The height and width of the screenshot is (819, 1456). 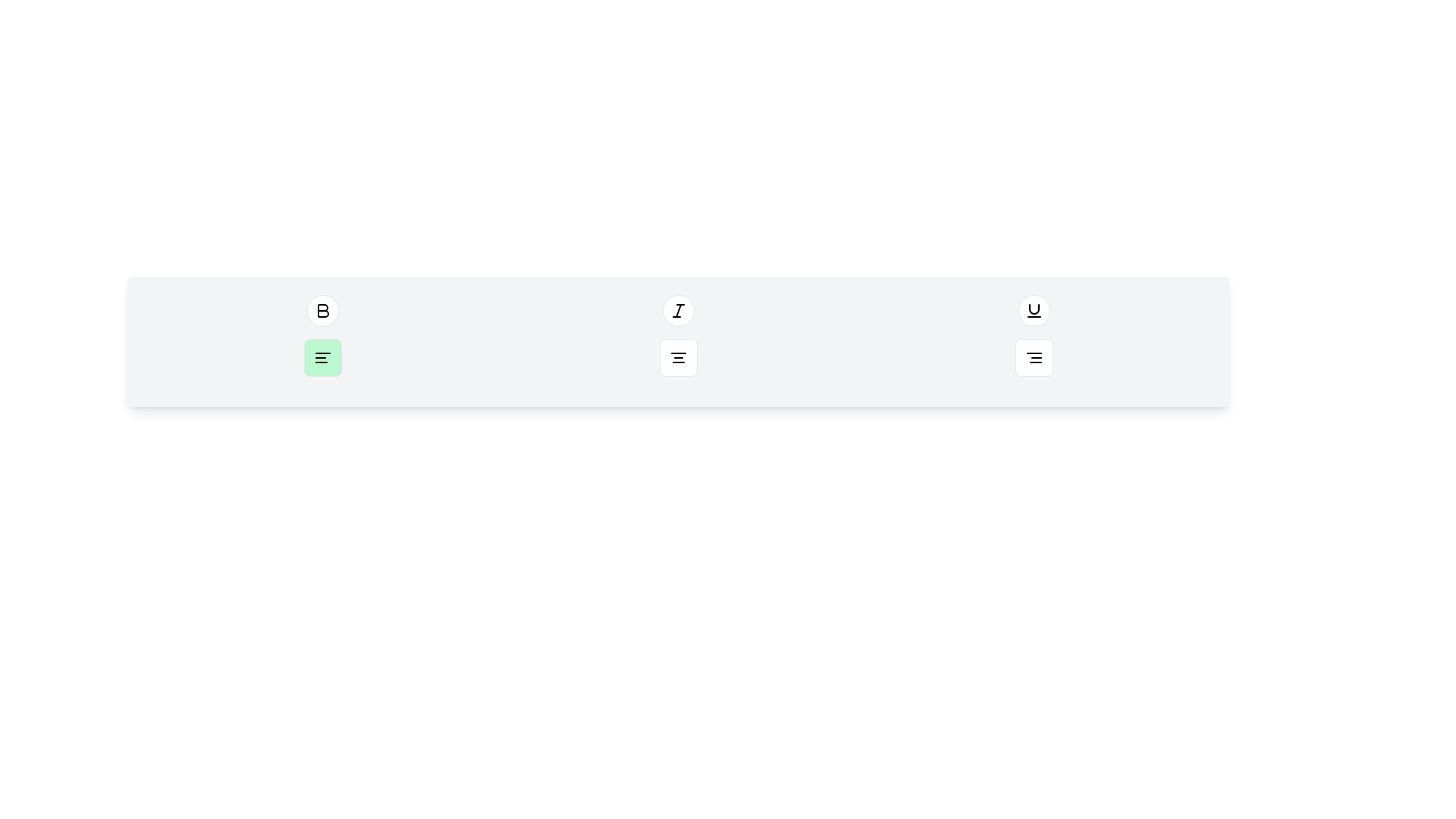 I want to click on the leftmost button in the formatting panel, so click(x=322, y=357).